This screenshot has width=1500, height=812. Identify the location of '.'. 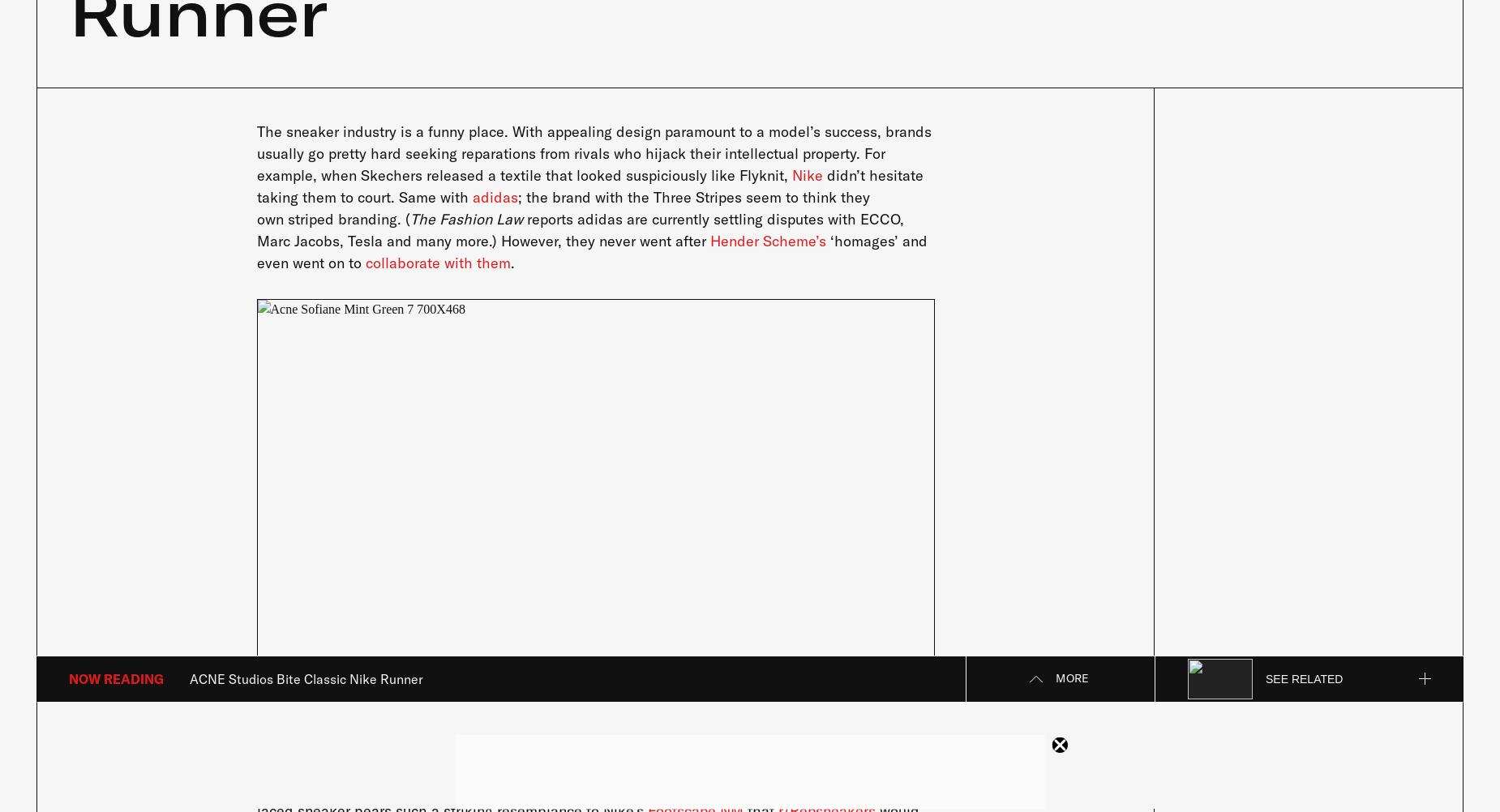
(512, 261).